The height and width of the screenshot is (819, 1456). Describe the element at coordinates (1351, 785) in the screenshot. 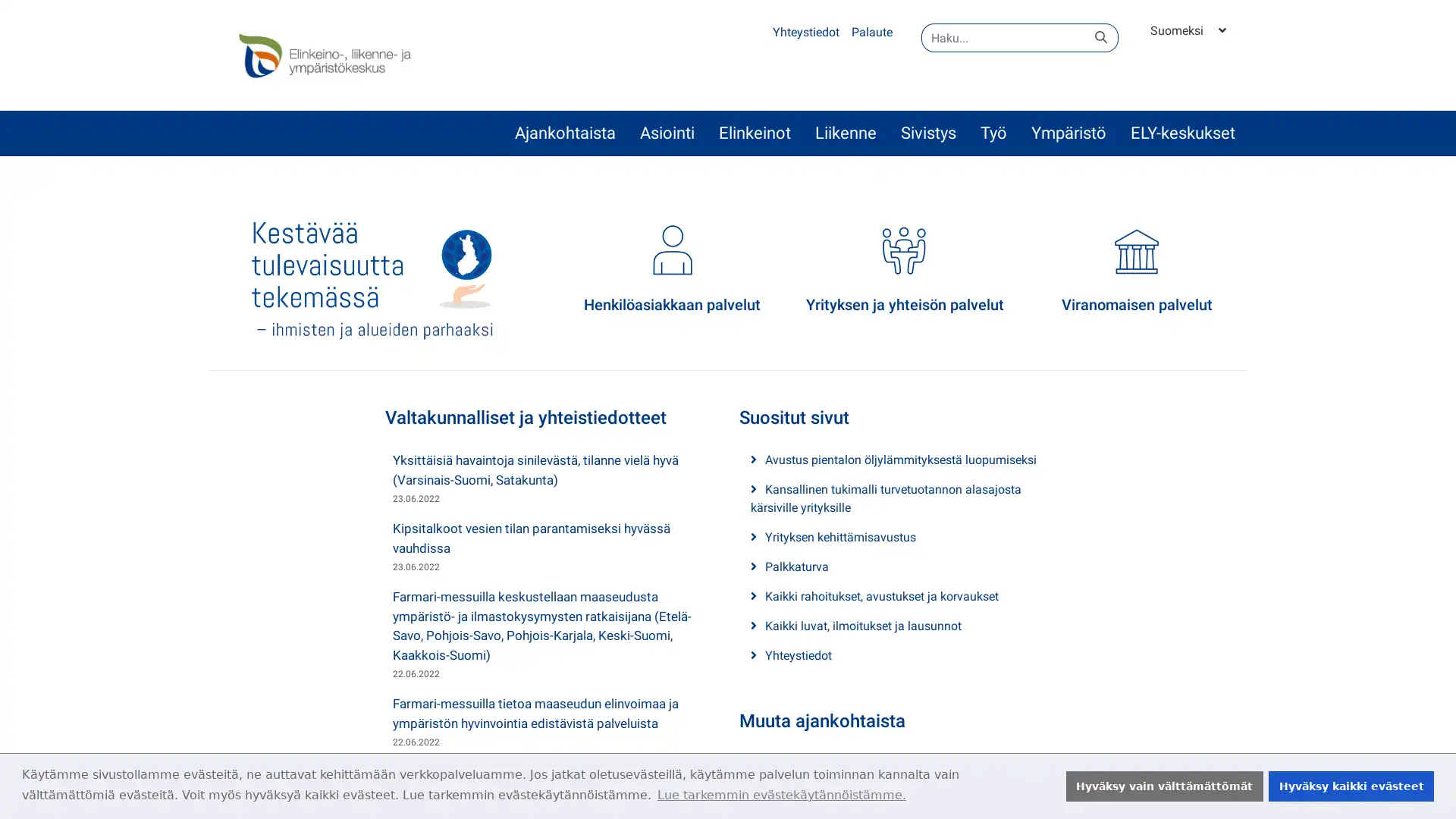

I see `allow cookies` at that location.